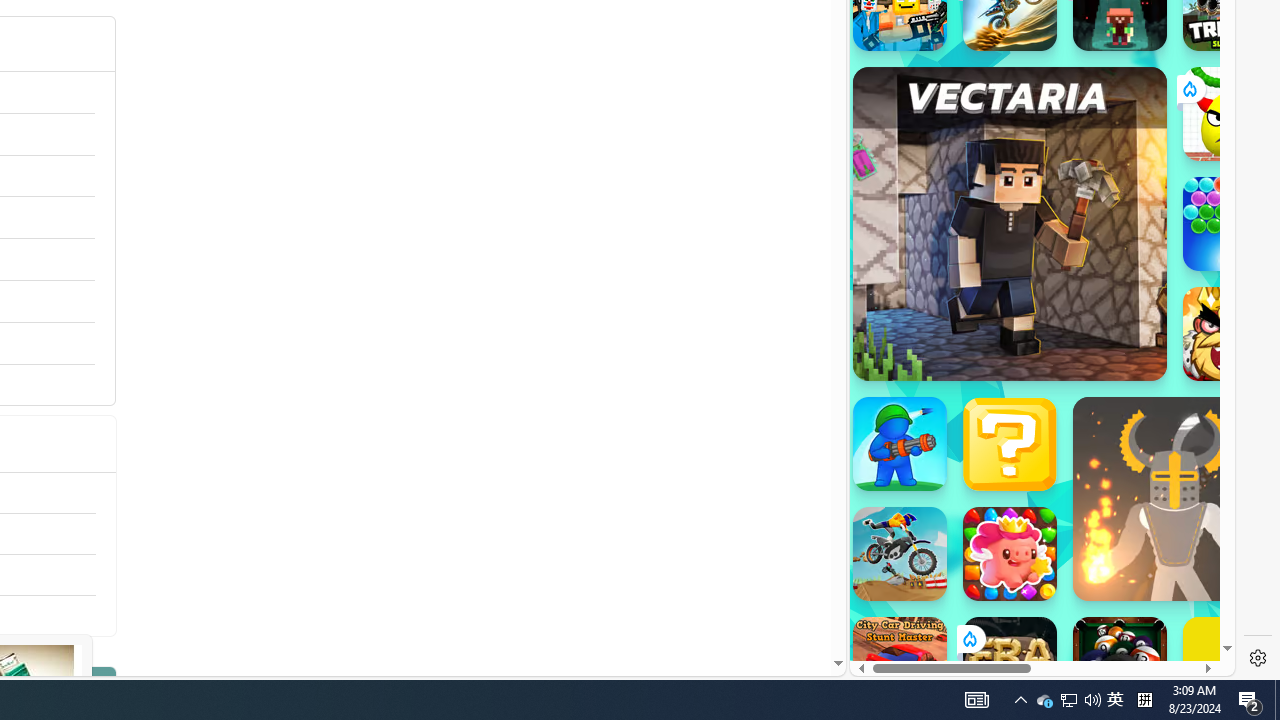 The height and width of the screenshot is (720, 1280). I want to click on 'War Master War Master', so click(898, 442).